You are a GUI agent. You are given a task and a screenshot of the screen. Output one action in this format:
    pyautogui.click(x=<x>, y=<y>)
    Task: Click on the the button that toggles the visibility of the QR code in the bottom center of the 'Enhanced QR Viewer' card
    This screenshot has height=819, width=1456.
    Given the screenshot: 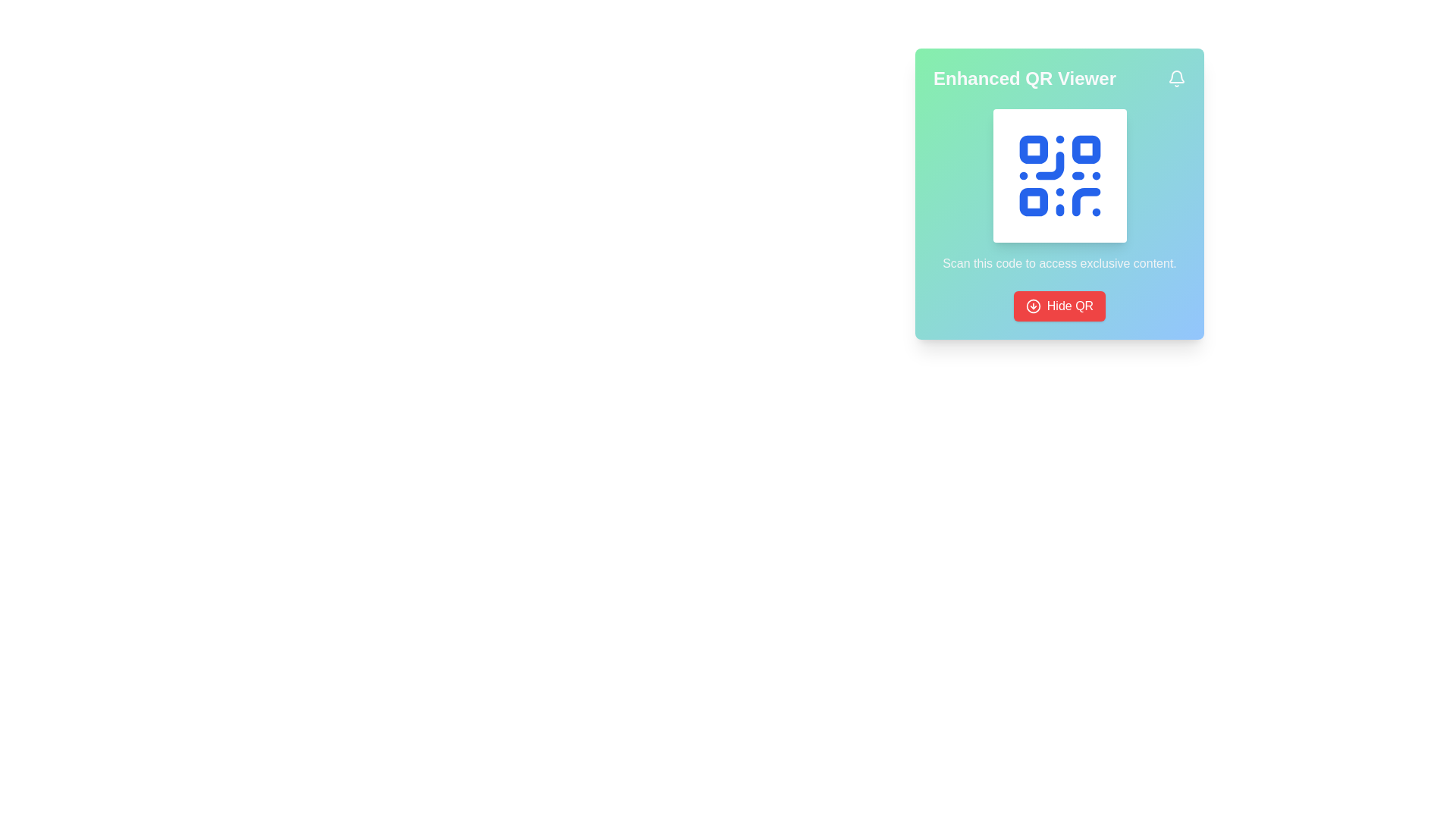 What is the action you would take?
    pyautogui.click(x=1059, y=306)
    